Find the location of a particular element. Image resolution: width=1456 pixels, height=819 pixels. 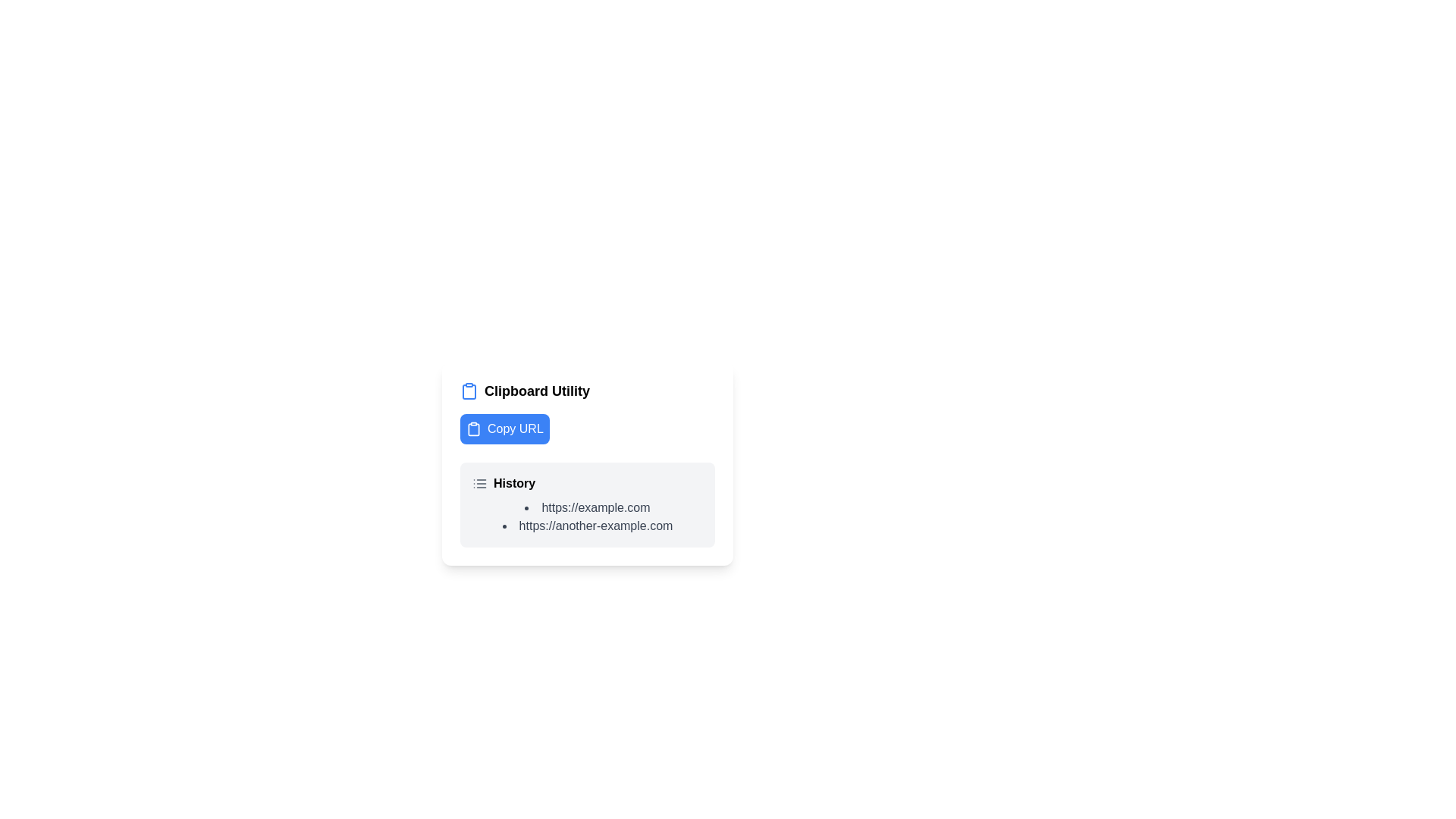

the clipboard icon with a blue background and white stroke, located to the left of the 'Copy URL' text is located at coordinates (472, 429).